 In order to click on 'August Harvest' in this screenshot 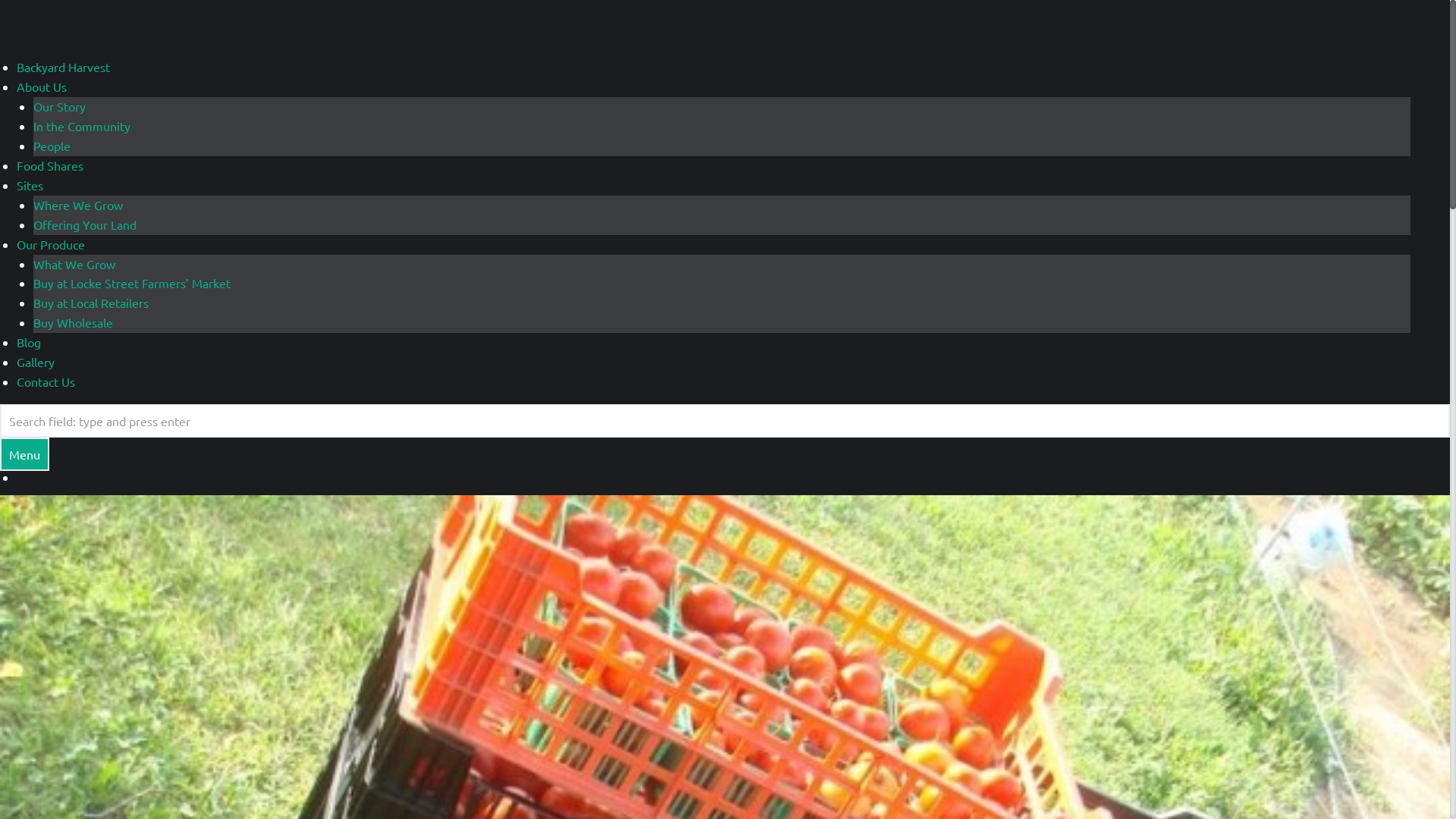, I will do `click(723, 503)`.